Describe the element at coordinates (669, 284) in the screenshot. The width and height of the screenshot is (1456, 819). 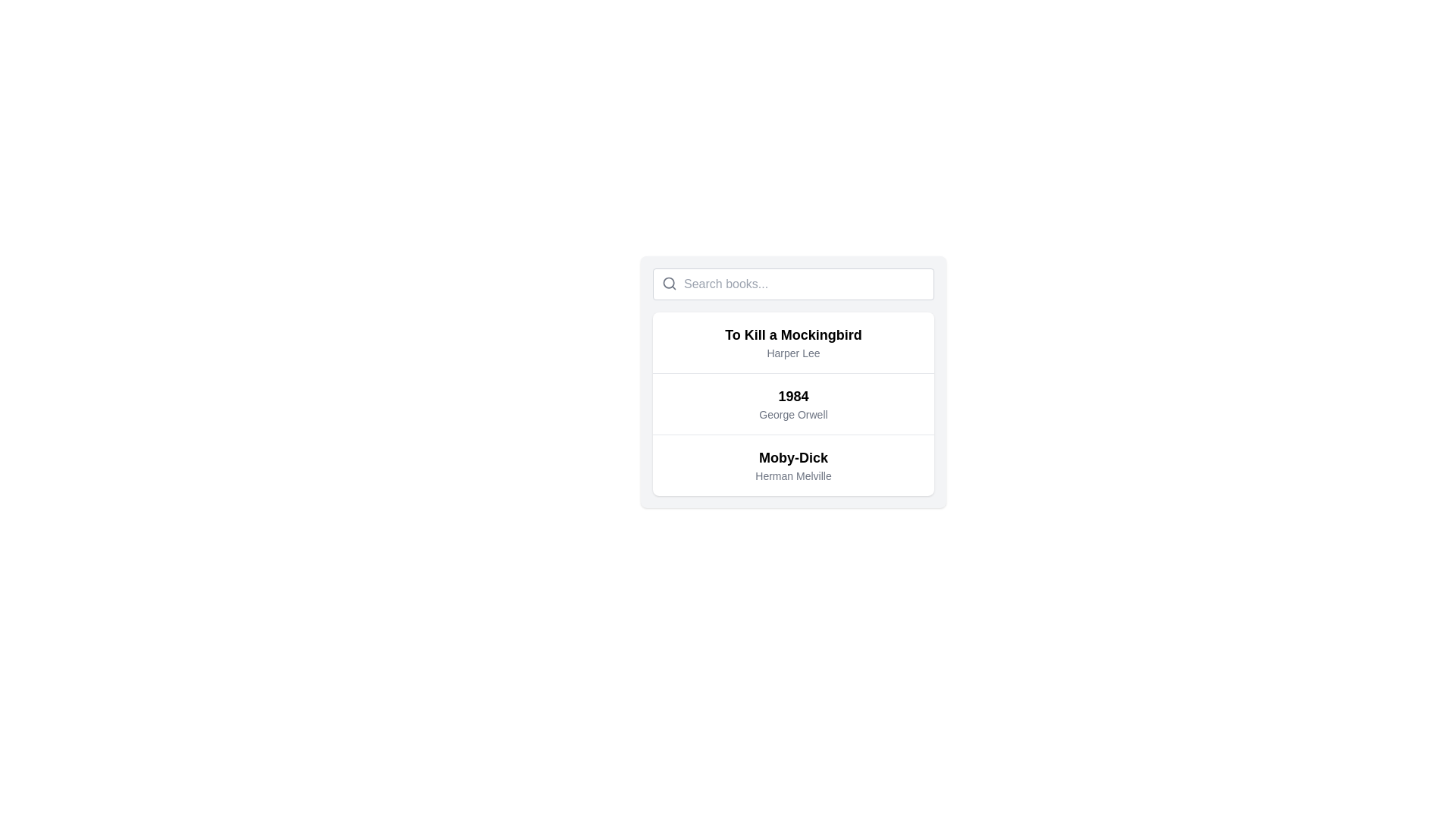
I see `the search icon SVG located on the left side of the text input area, which signifies a search tool` at that location.